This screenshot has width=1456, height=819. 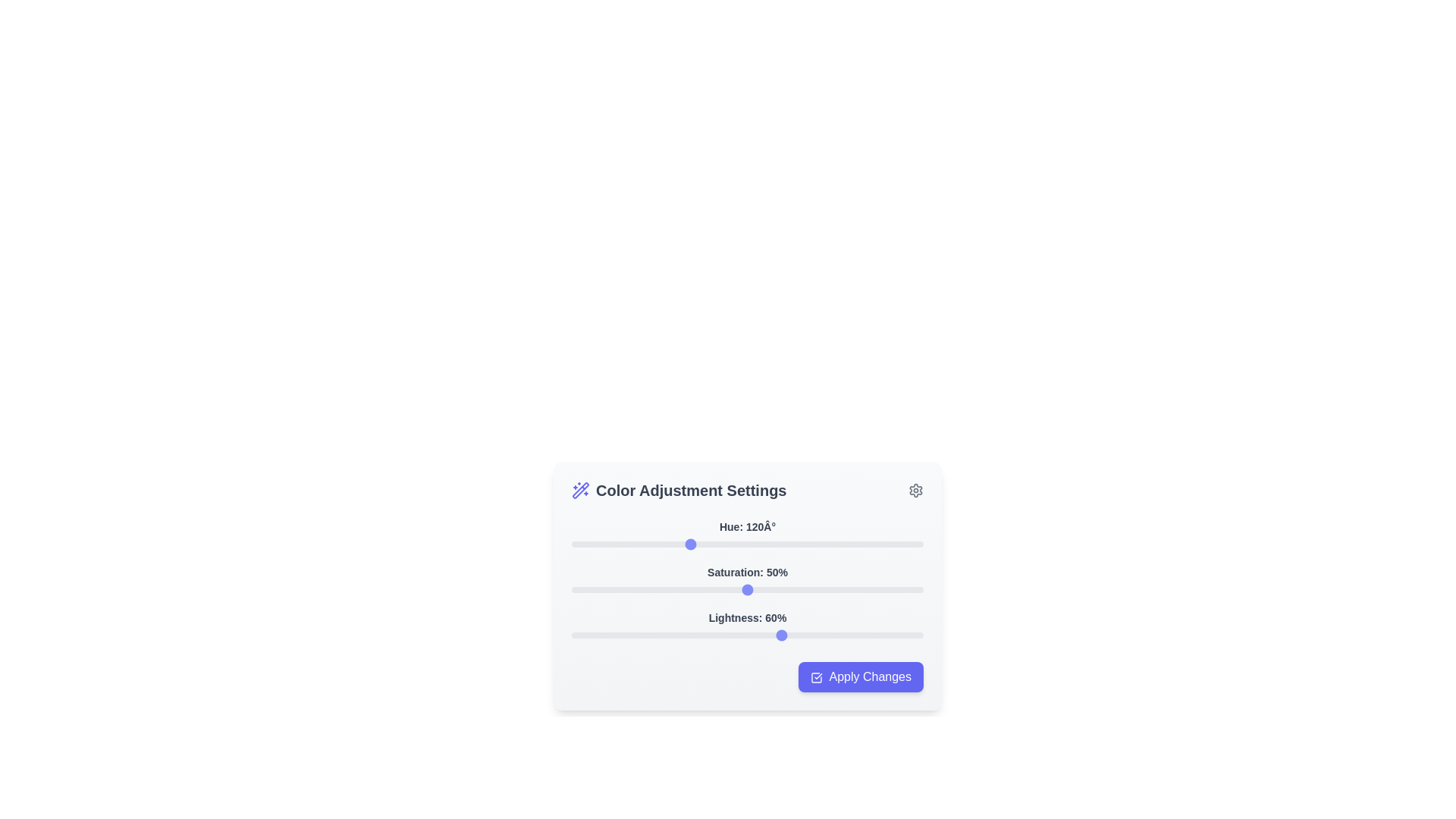 I want to click on text of the Text Label serving as a title for the Color Adjustment Settings section, located at the top-left corner of the settings panel, so click(x=678, y=491).